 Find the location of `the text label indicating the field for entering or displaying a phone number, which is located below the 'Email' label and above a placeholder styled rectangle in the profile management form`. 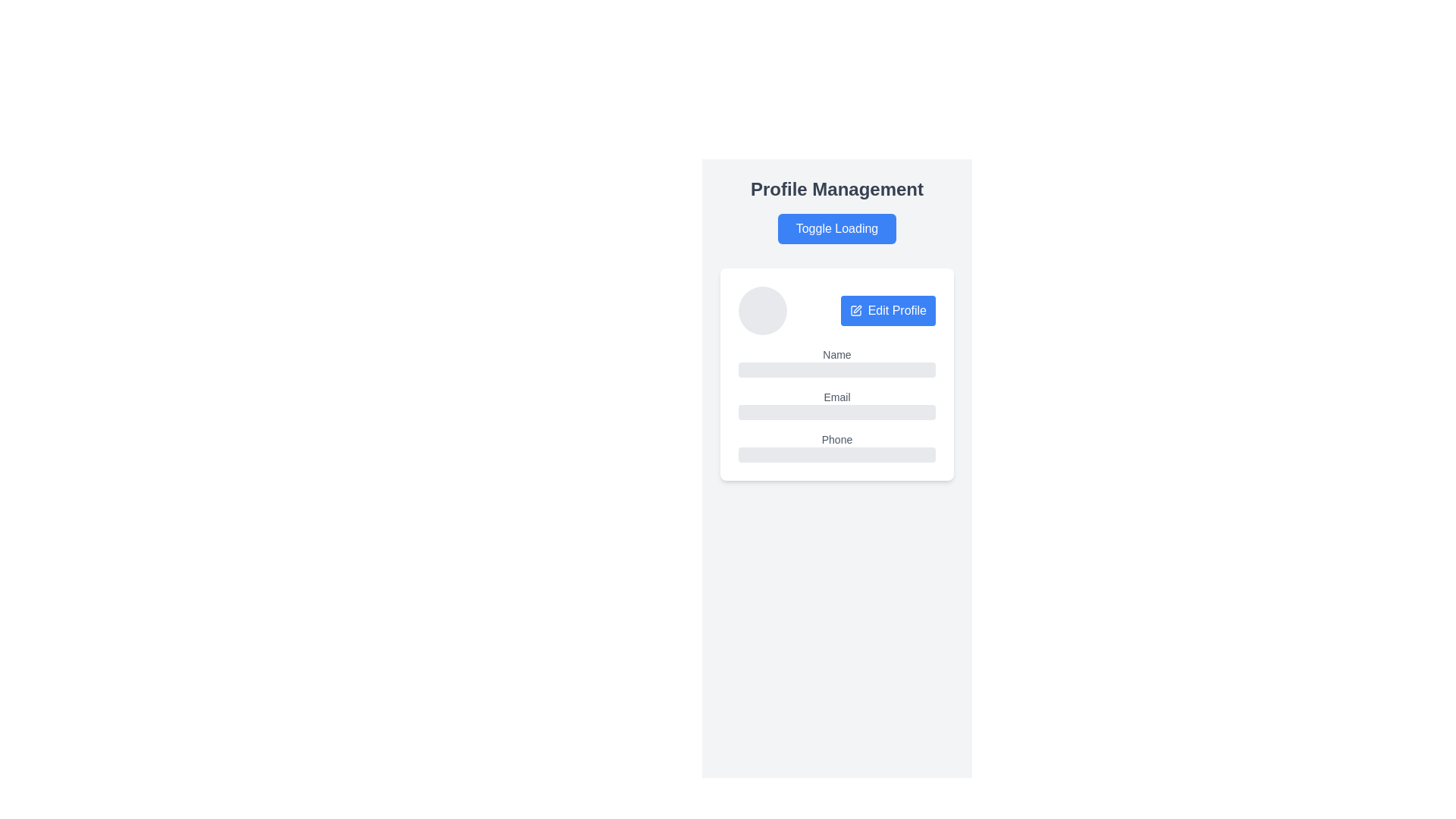

the text label indicating the field for entering or displaying a phone number, which is located below the 'Email' label and above a placeholder styled rectangle in the profile management form is located at coordinates (836, 439).